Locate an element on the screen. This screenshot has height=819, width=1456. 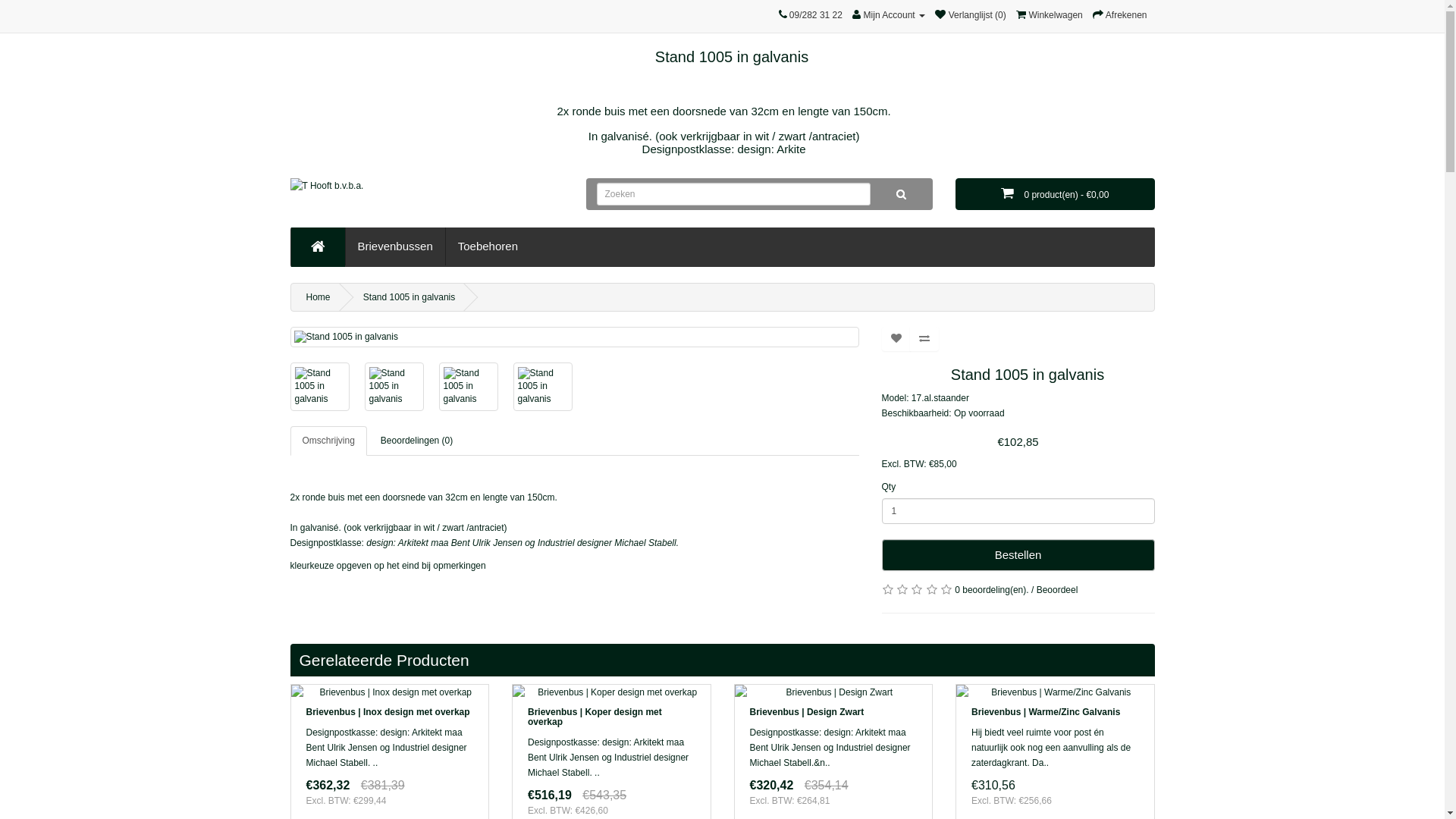
'Brievenbus | Inox design met overkap' is located at coordinates (390, 692).